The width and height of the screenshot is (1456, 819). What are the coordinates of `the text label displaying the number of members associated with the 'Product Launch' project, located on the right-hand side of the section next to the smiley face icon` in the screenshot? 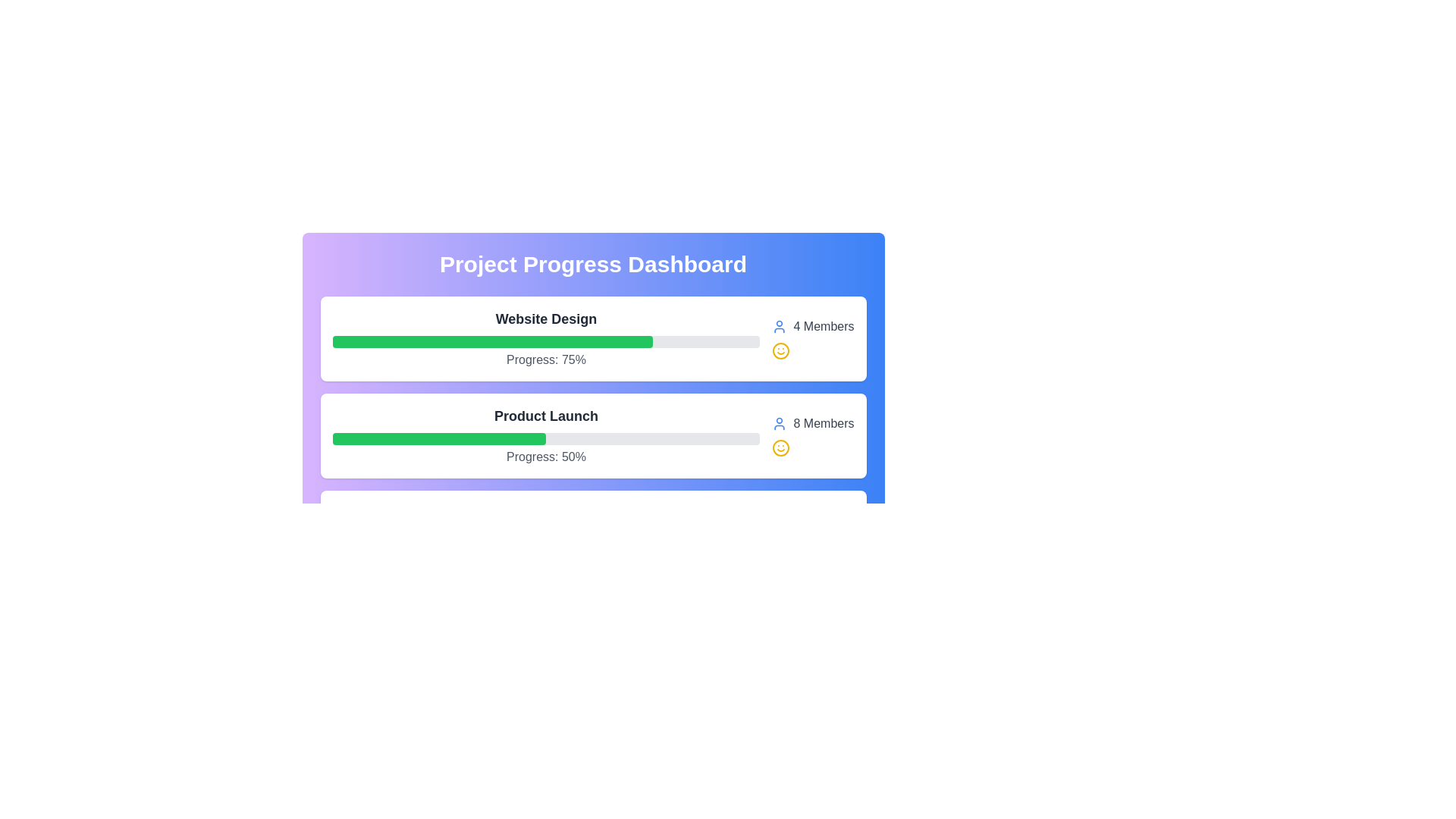 It's located at (812, 424).